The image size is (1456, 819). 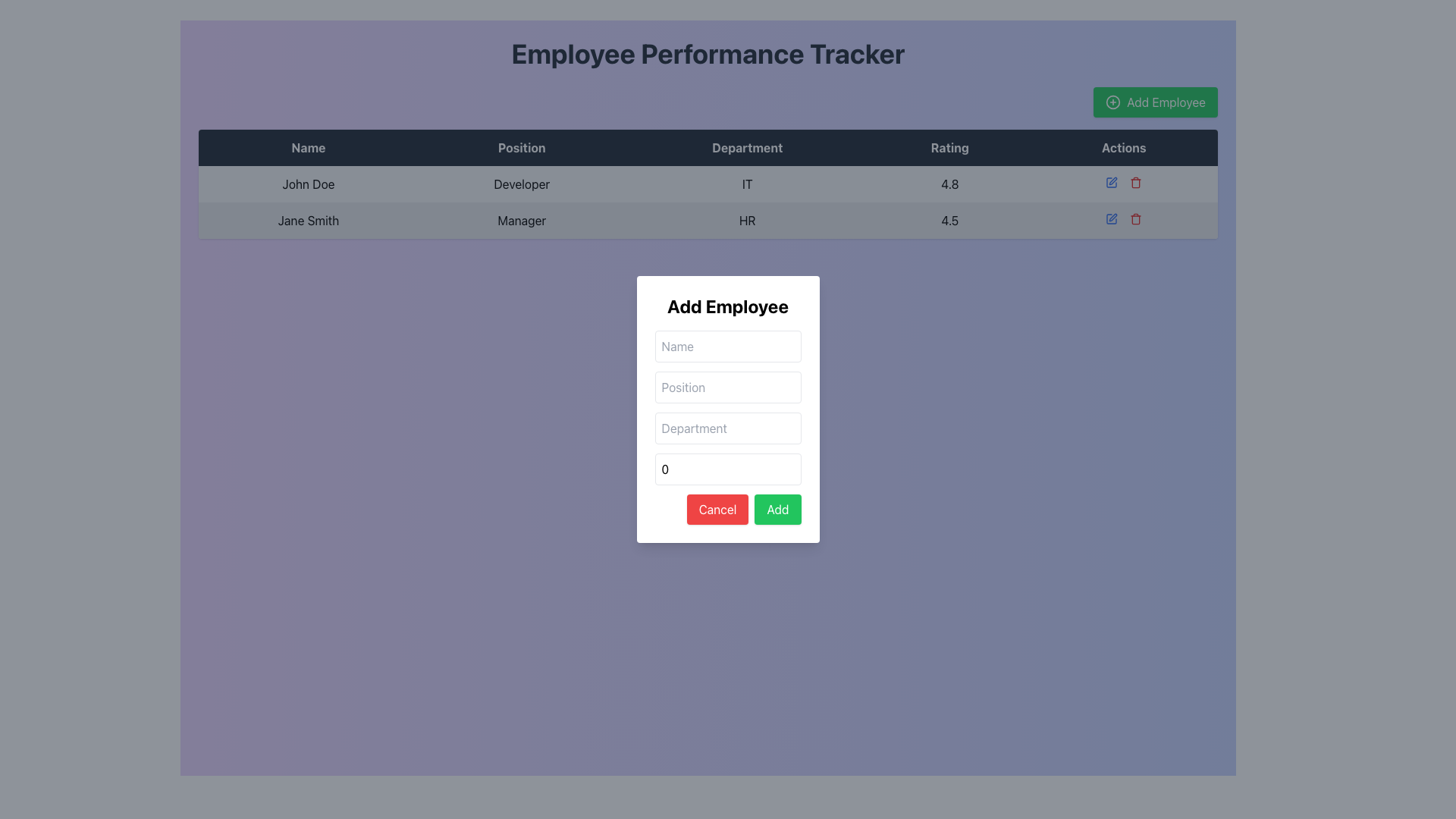 What do you see at coordinates (522, 148) in the screenshot?
I see `the column header labeled 'Position' which is the second header in the row, located between 'Name' and 'Department'` at bounding box center [522, 148].